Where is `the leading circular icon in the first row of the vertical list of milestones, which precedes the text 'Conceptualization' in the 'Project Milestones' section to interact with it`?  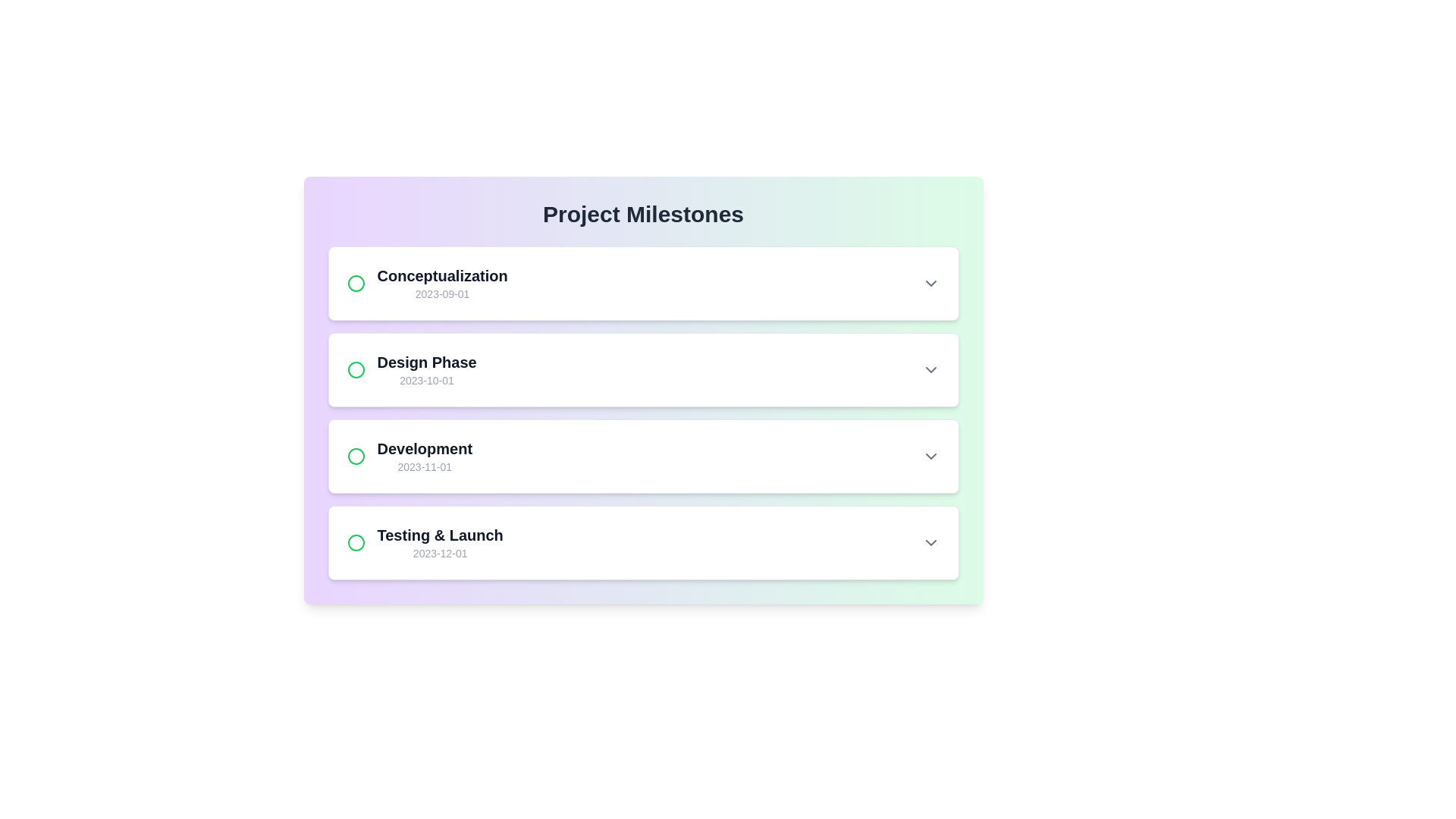 the leading circular icon in the first row of the vertical list of milestones, which precedes the text 'Conceptualization' in the 'Project Milestones' section to interact with it is located at coordinates (355, 284).